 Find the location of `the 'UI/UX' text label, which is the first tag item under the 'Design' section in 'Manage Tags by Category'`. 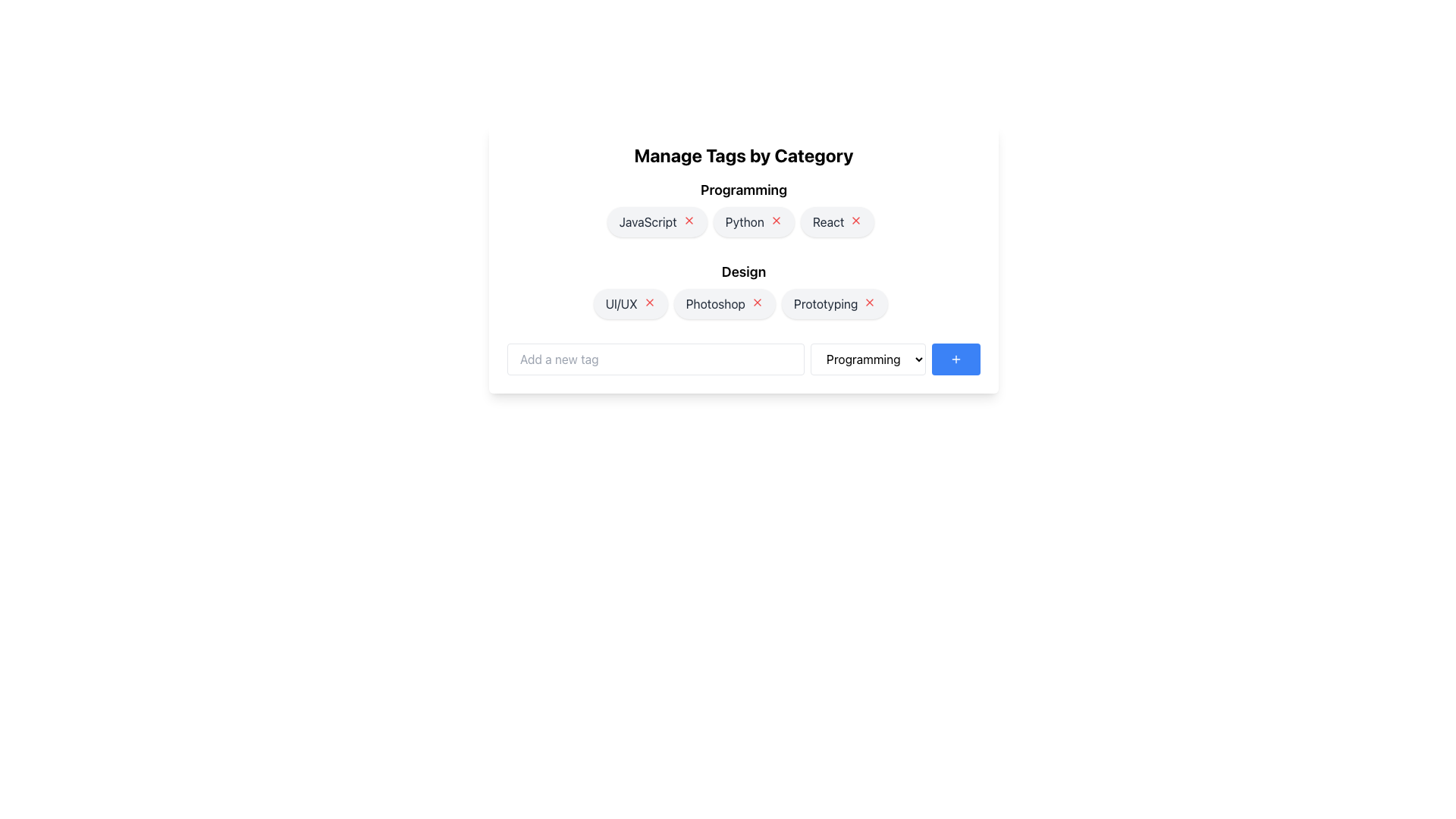

the 'UI/UX' text label, which is the first tag item under the 'Design' section in 'Manage Tags by Category' is located at coordinates (621, 304).